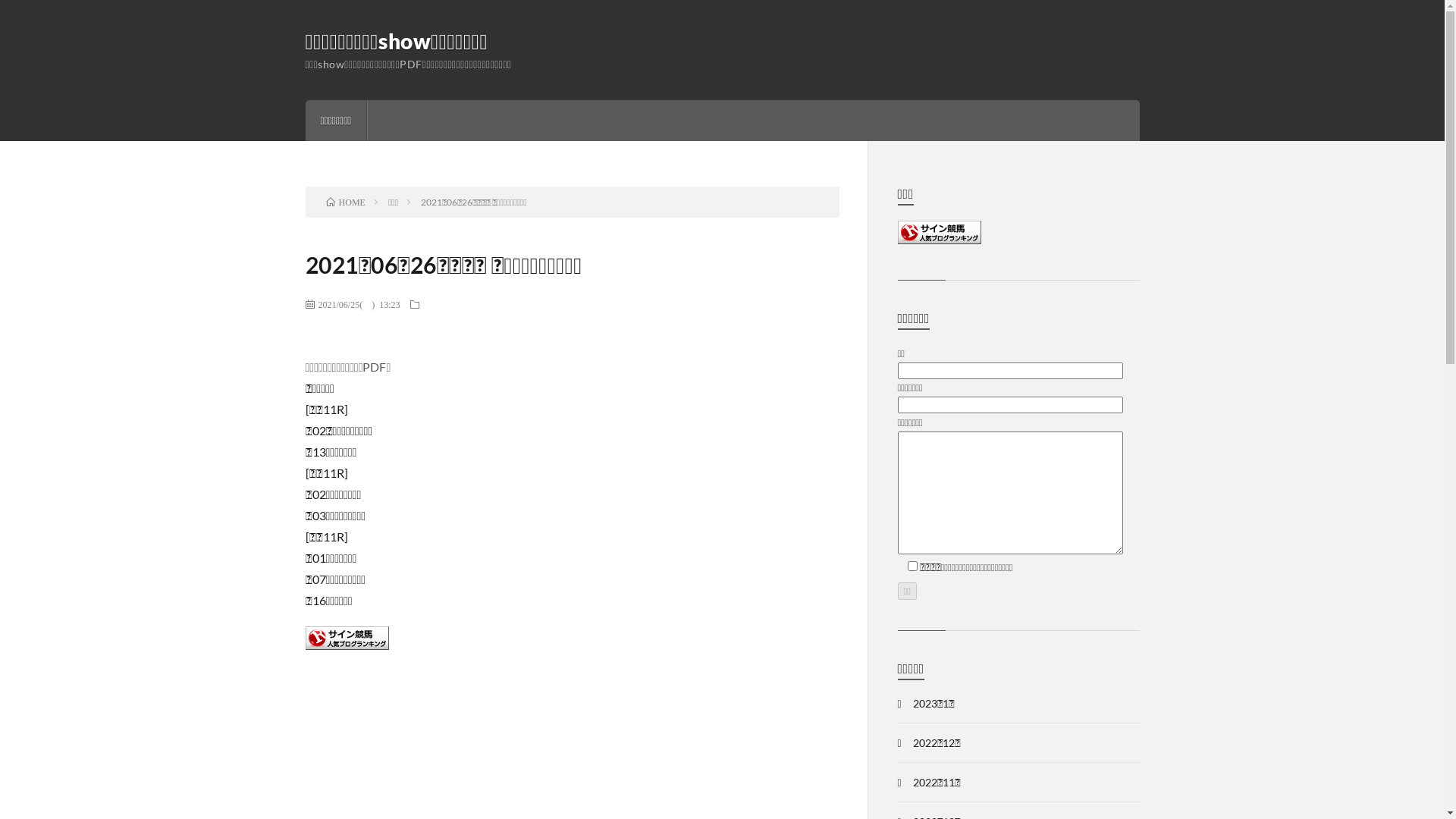 Image resolution: width=1456 pixels, height=819 pixels. Describe the element at coordinates (345, 201) in the screenshot. I see `'HOME'` at that location.